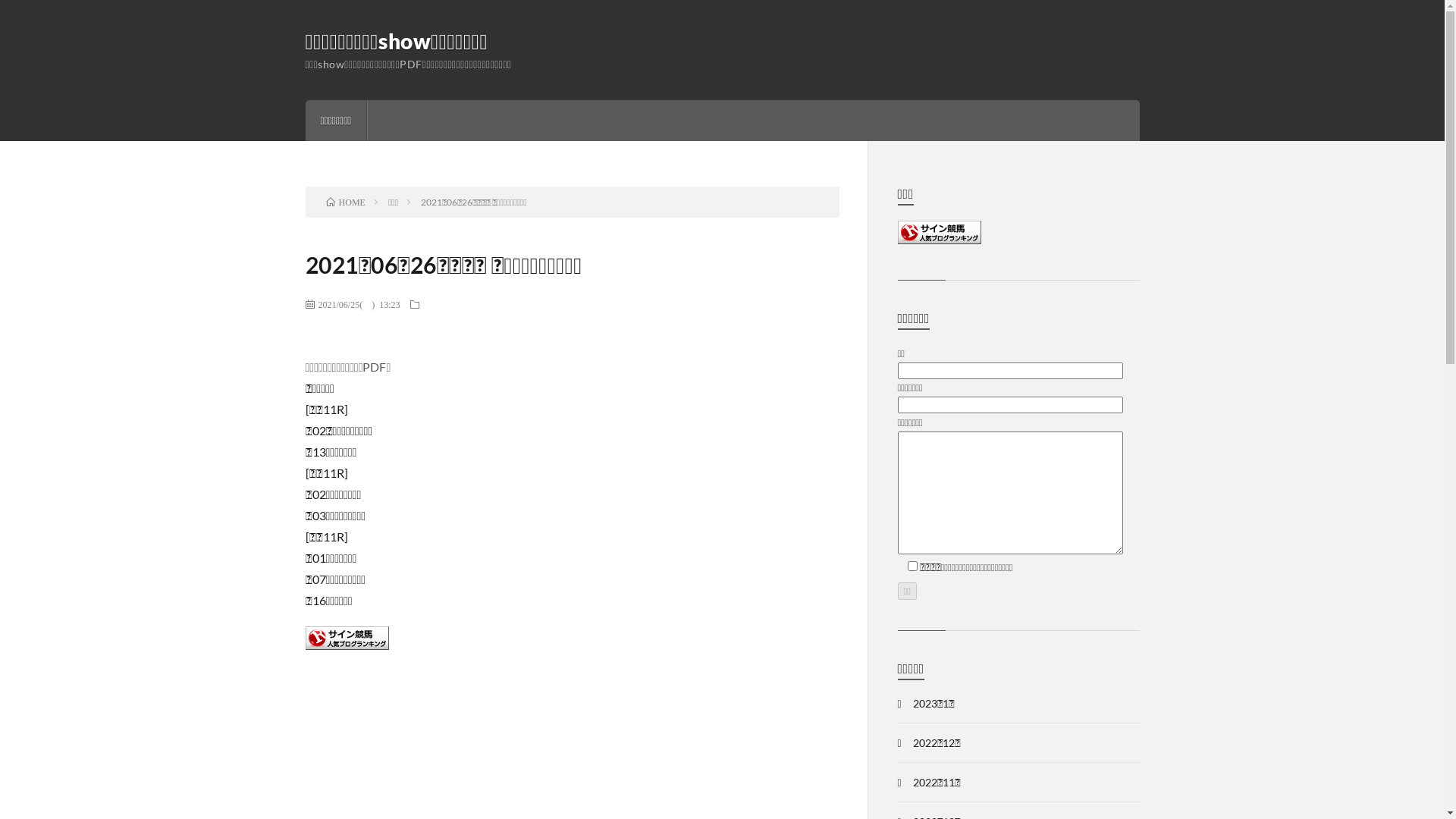 Image resolution: width=1456 pixels, height=819 pixels. Describe the element at coordinates (345, 201) in the screenshot. I see `'HOME'` at that location.